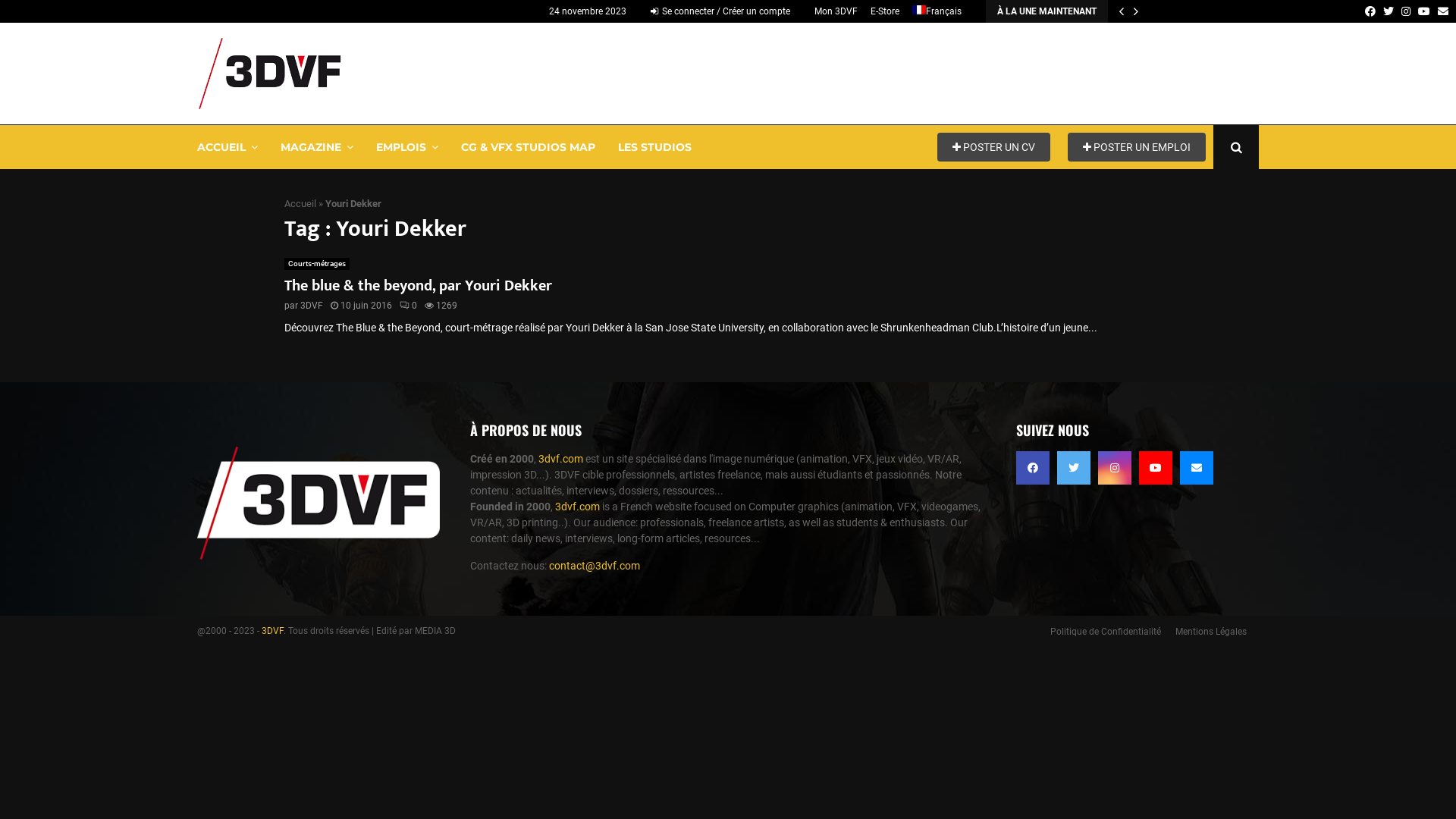 The width and height of the screenshot is (1456, 819). What do you see at coordinates (884, 11) in the screenshot?
I see `'E-Store'` at bounding box center [884, 11].